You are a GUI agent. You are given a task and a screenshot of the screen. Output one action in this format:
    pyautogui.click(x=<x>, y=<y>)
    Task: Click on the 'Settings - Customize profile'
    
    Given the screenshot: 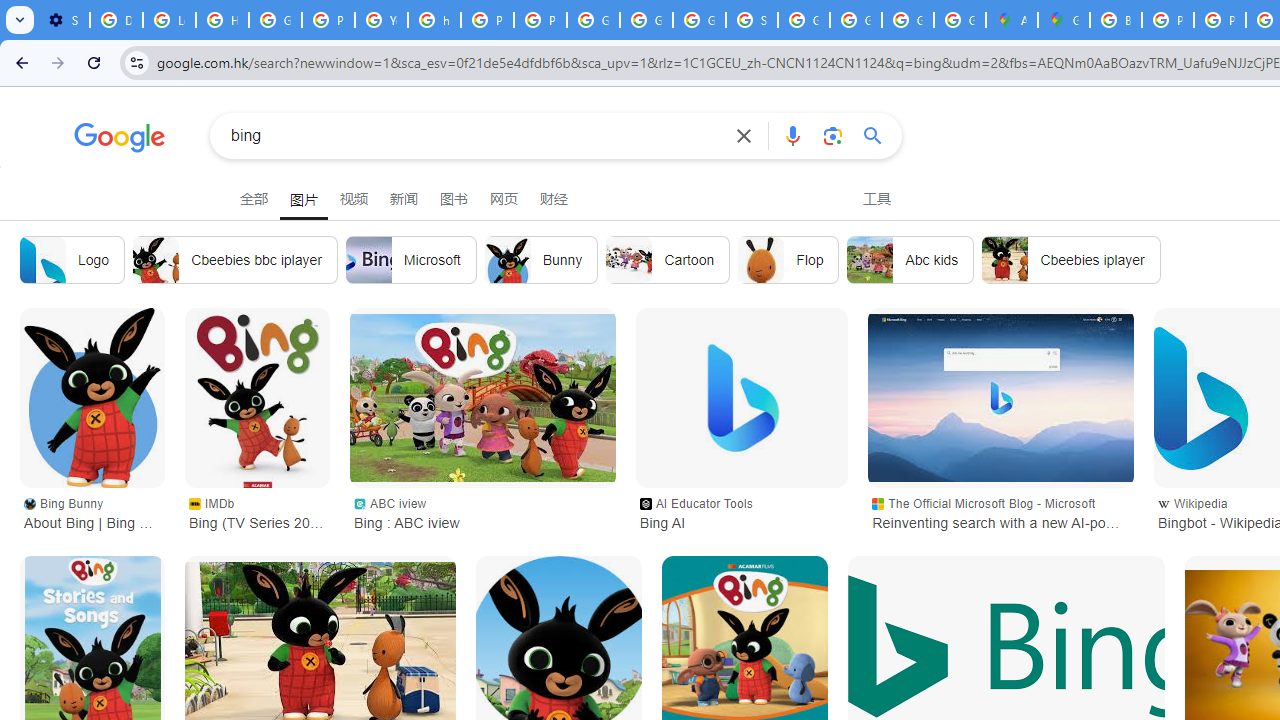 What is the action you would take?
    pyautogui.click(x=63, y=20)
    